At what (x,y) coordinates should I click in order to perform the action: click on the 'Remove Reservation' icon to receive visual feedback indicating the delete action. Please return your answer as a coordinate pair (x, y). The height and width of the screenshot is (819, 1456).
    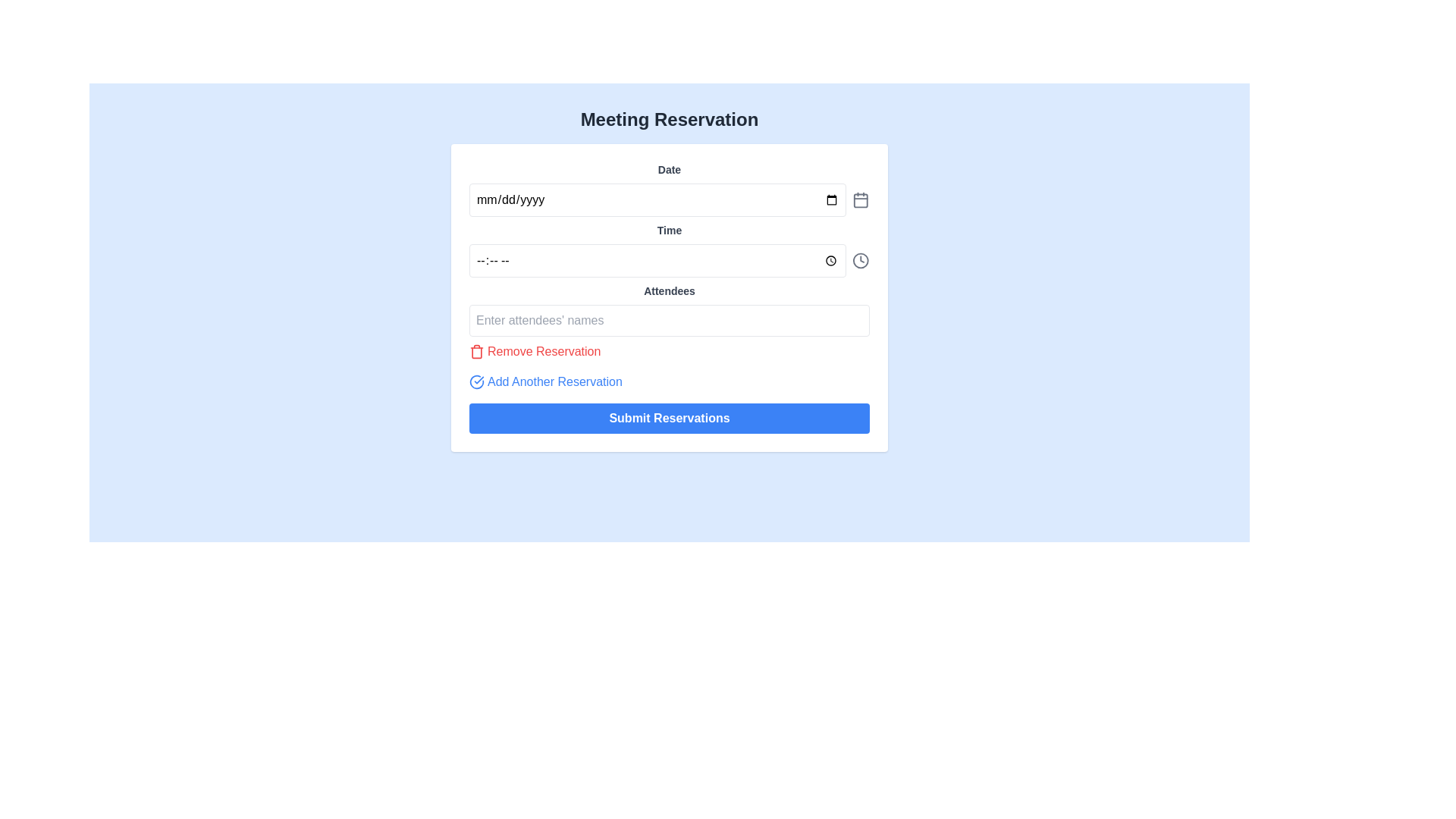
    Looking at the image, I should click on (475, 351).